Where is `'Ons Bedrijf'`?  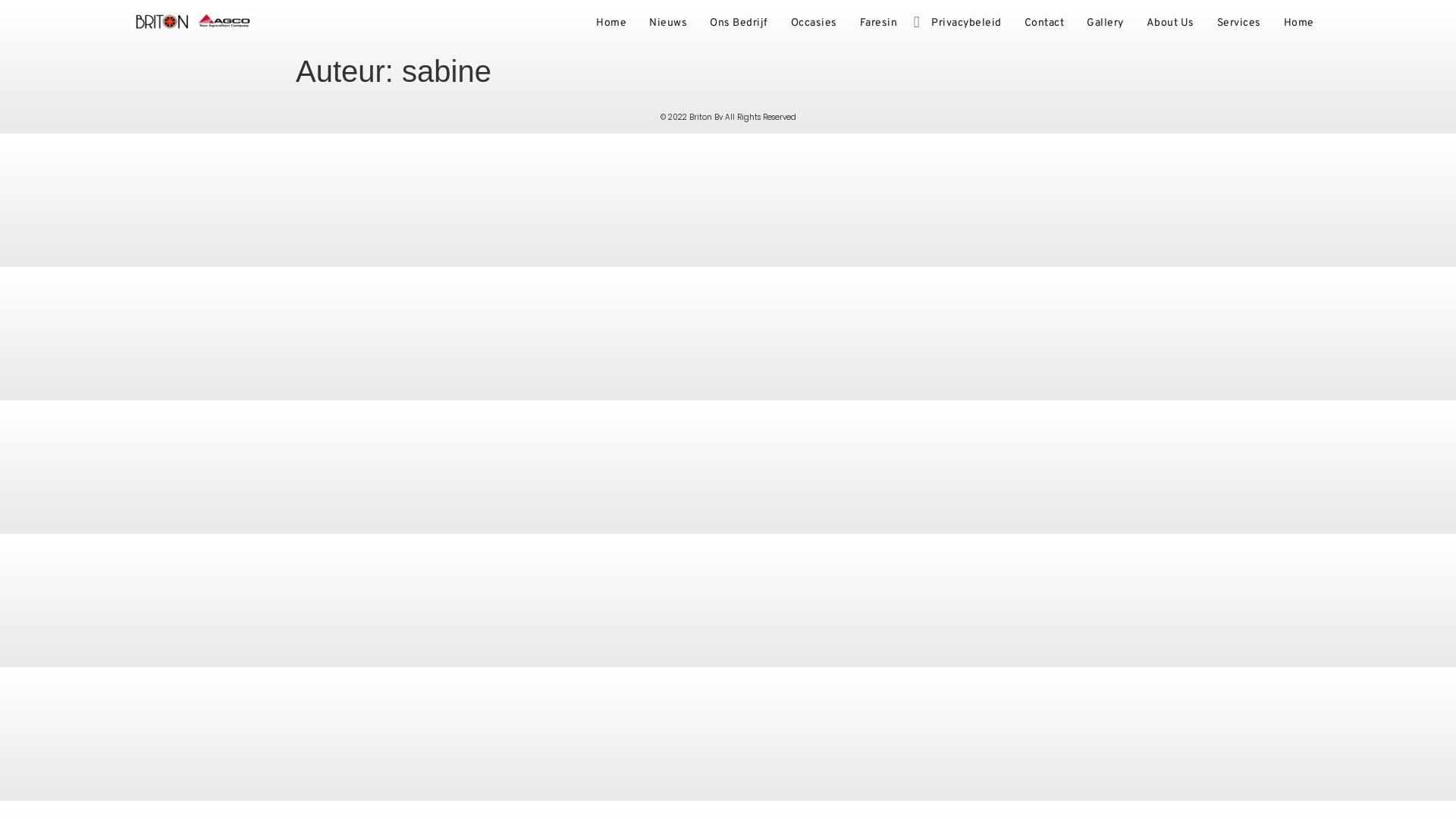
'Ons Bedrijf' is located at coordinates (698, 23).